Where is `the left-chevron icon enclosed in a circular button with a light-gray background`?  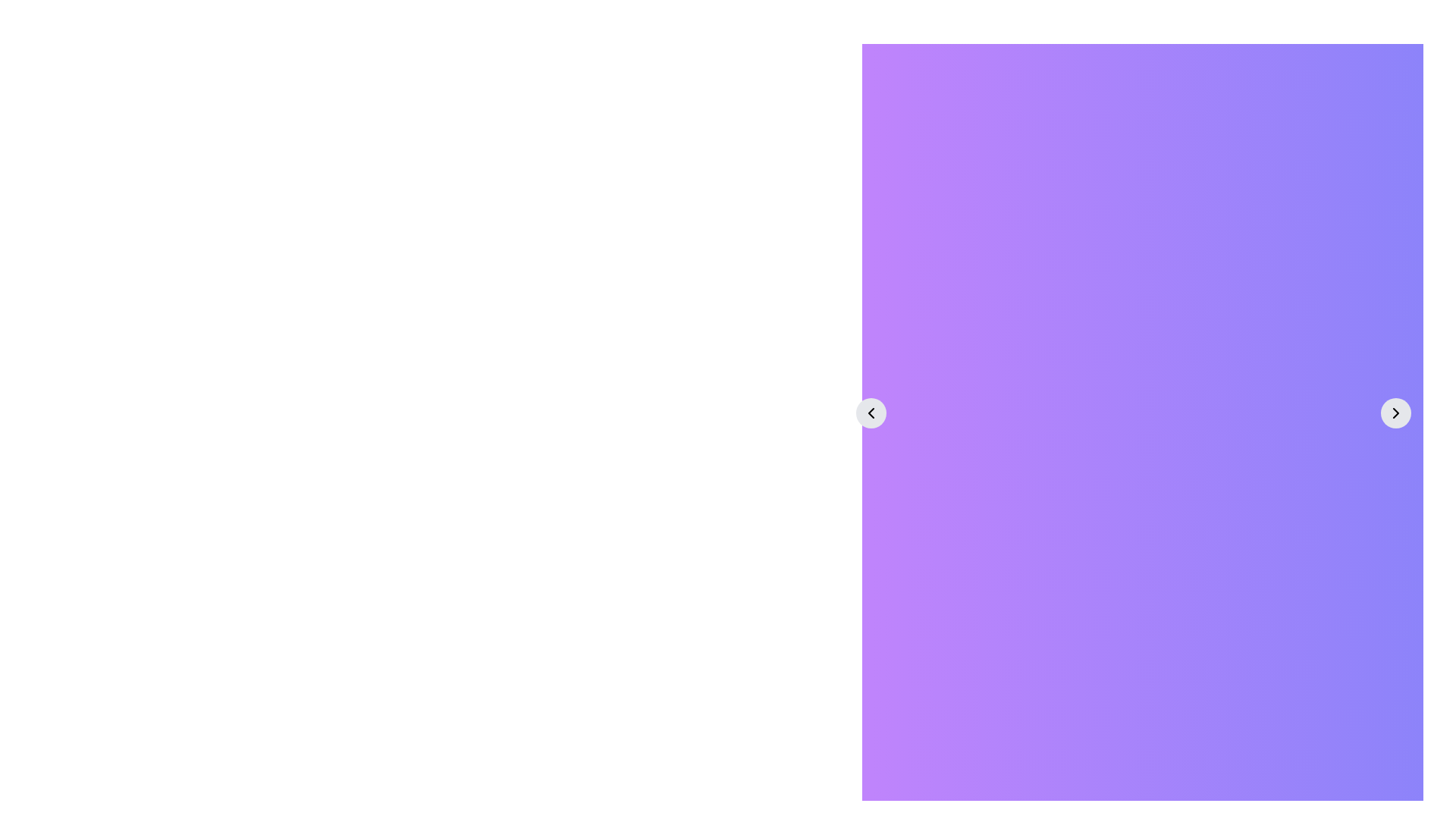
the left-chevron icon enclosed in a circular button with a light-gray background is located at coordinates (871, 413).